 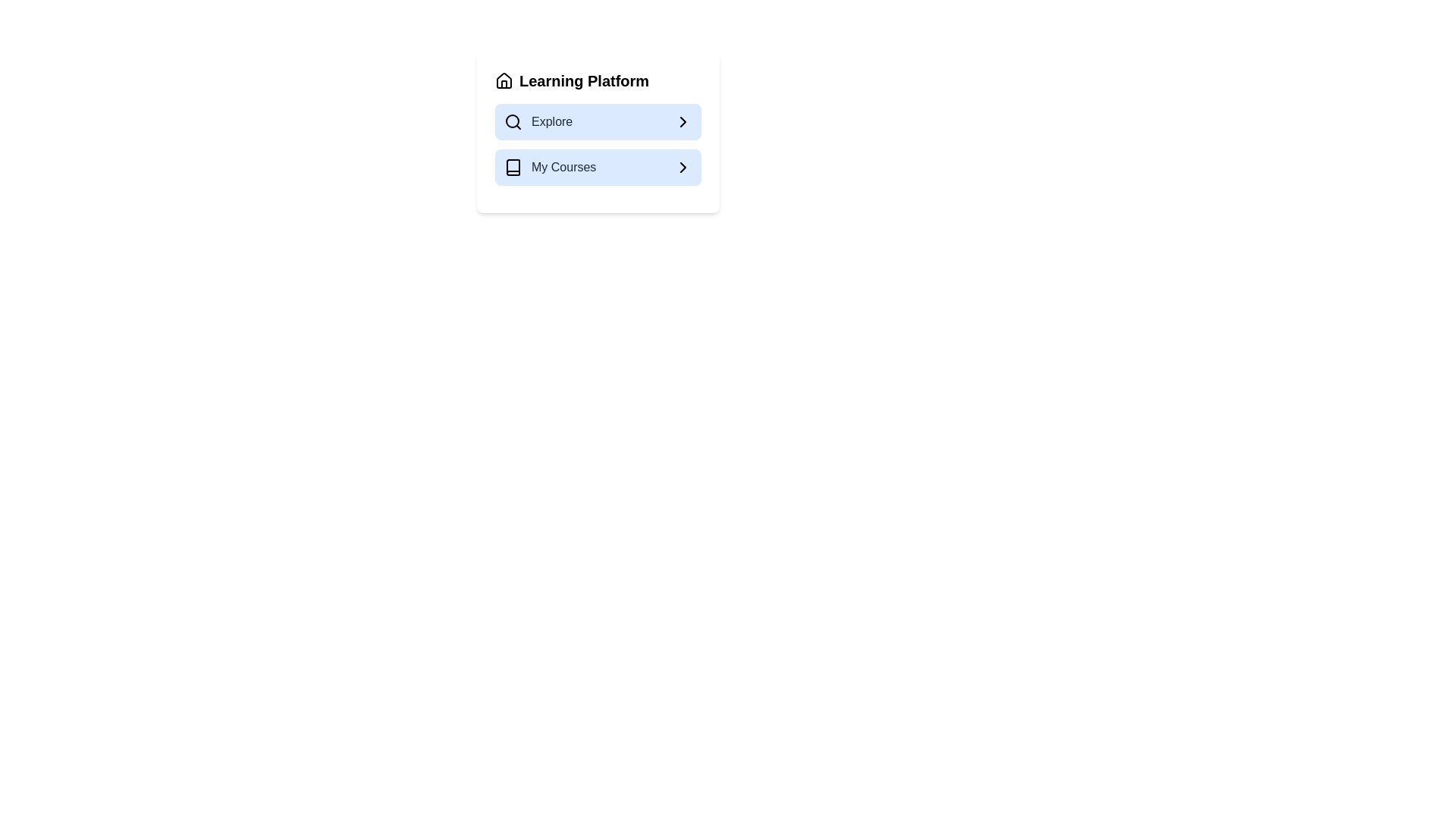 What do you see at coordinates (597, 167) in the screenshot?
I see `the 'My Courses' button, which is a light blue rectangular button with rounded corners, located below the 'Explore' button in the 'Learning Platform' card` at bounding box center [597, 167].